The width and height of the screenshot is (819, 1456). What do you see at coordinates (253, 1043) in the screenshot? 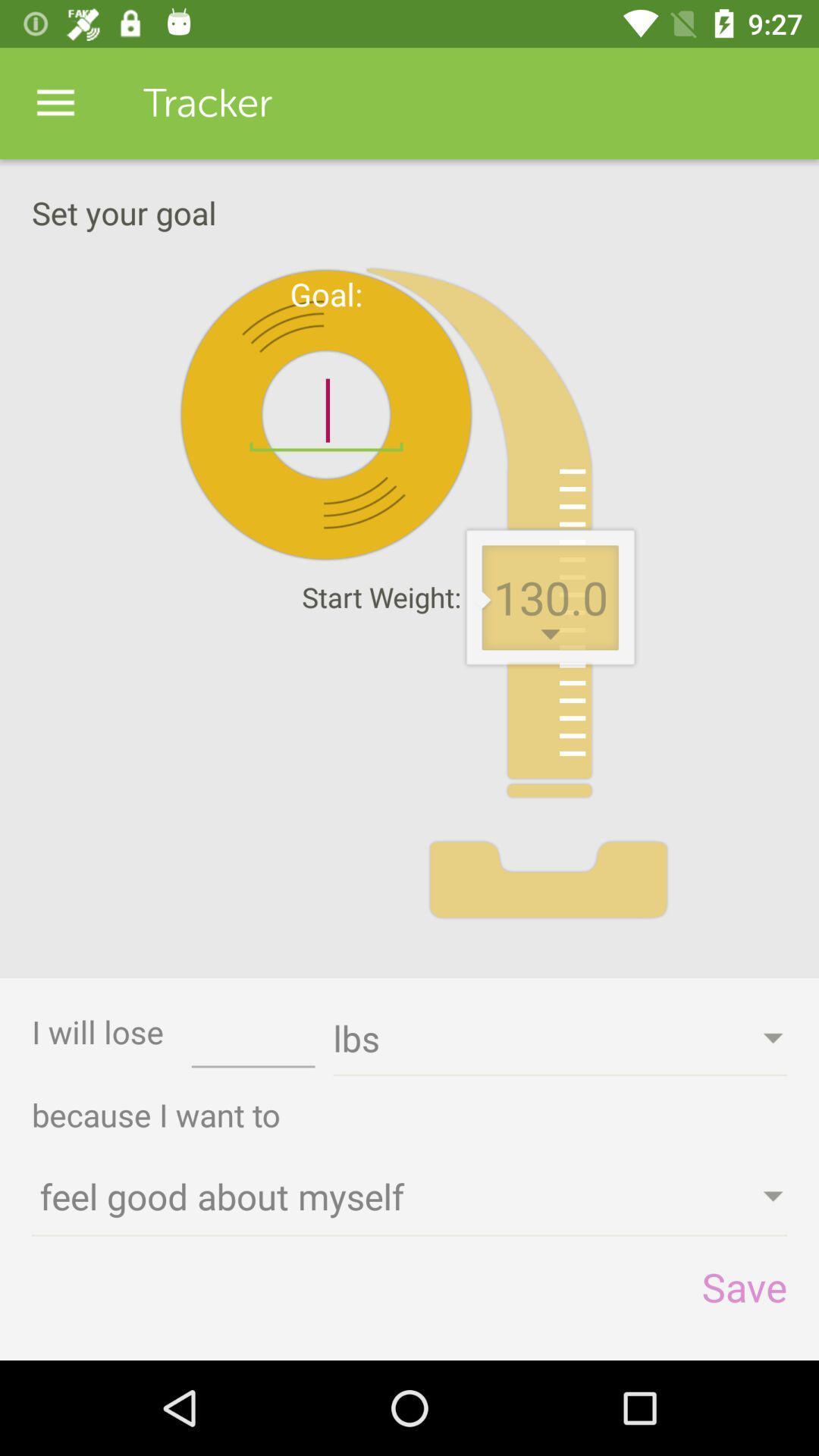
I see `the icon to the left of lbs icon` at bounding box center [253, 1043].